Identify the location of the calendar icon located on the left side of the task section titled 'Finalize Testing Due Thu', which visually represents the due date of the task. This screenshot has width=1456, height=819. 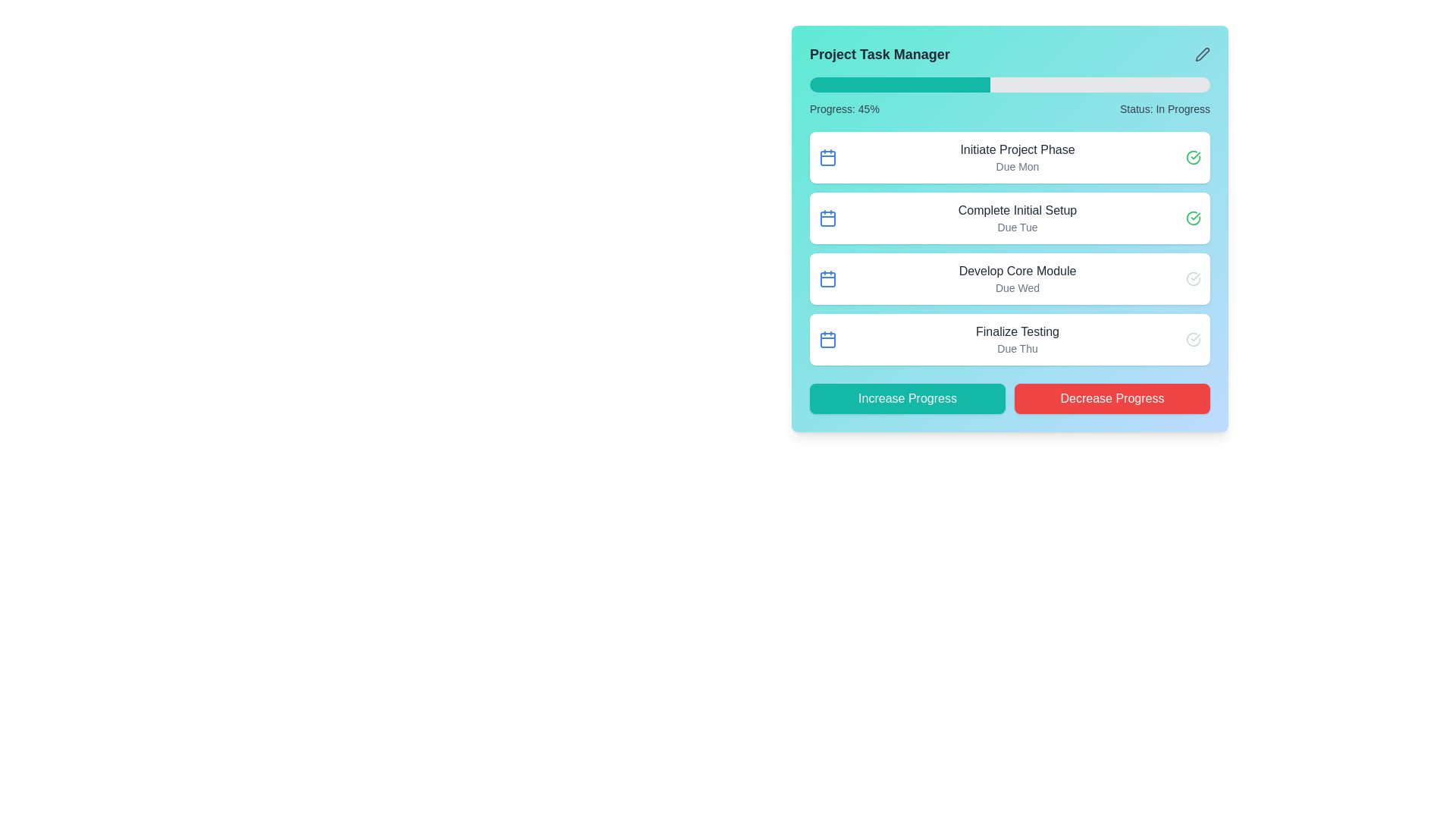
(827, 338).